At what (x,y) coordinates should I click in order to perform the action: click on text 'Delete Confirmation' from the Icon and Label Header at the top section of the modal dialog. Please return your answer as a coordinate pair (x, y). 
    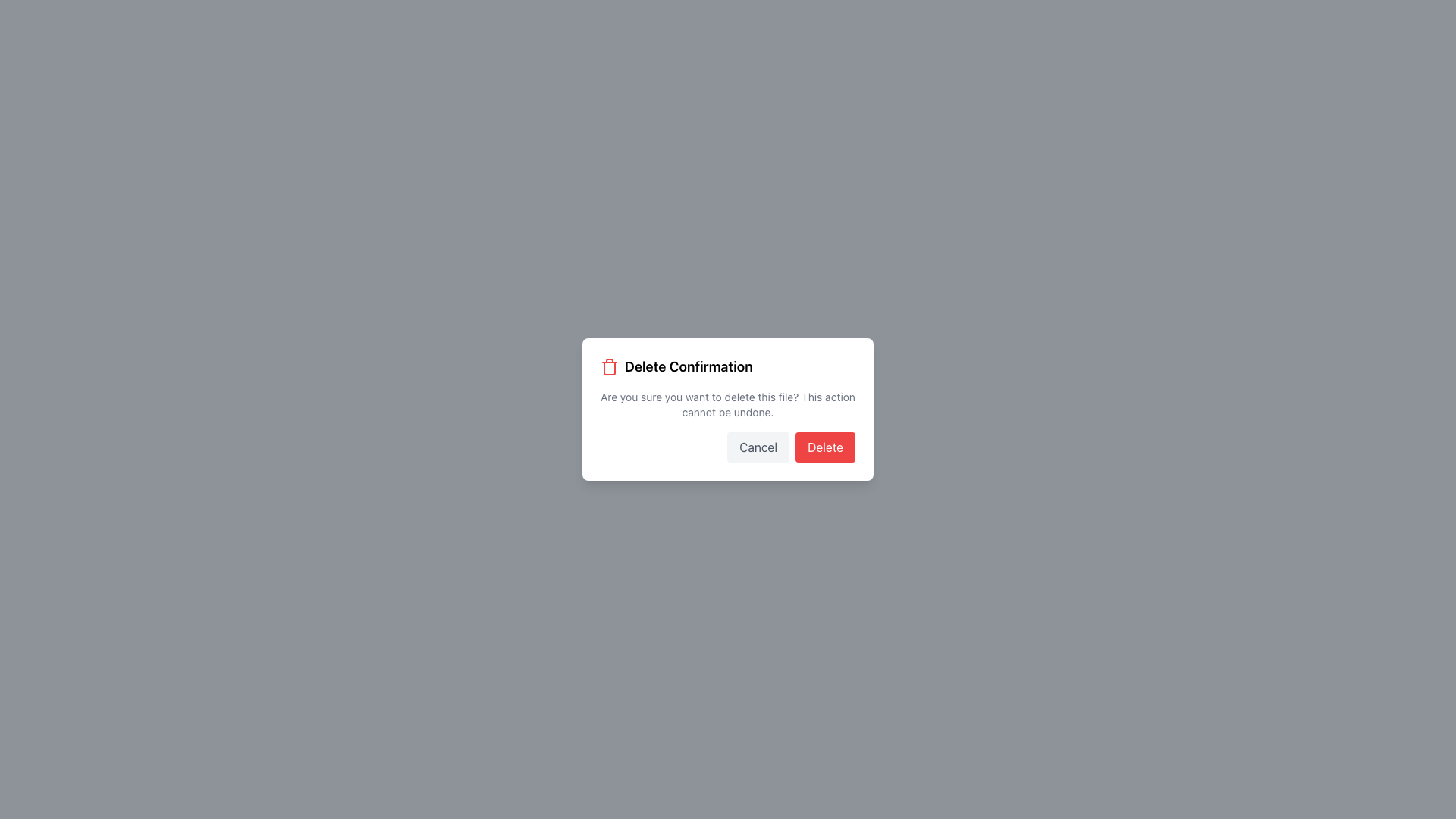
    Looking at the image, I should click on (728, 366).